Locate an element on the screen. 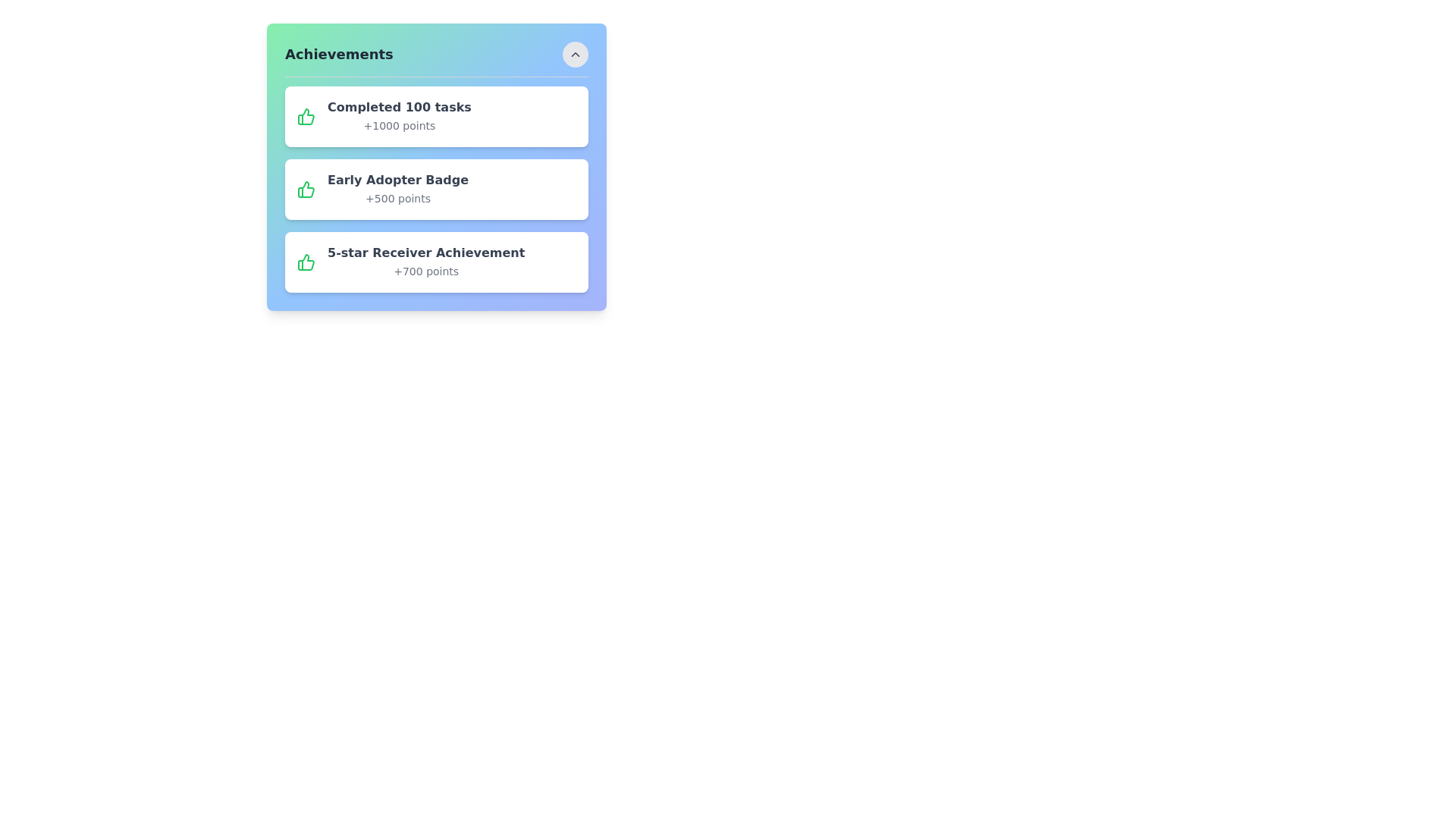 Image resolution: width=1456 pixels, height=819 pixels. the text display showing 'Completed 100 tasks' and '+1000 points' for reading is located at coordinates (399, 116).